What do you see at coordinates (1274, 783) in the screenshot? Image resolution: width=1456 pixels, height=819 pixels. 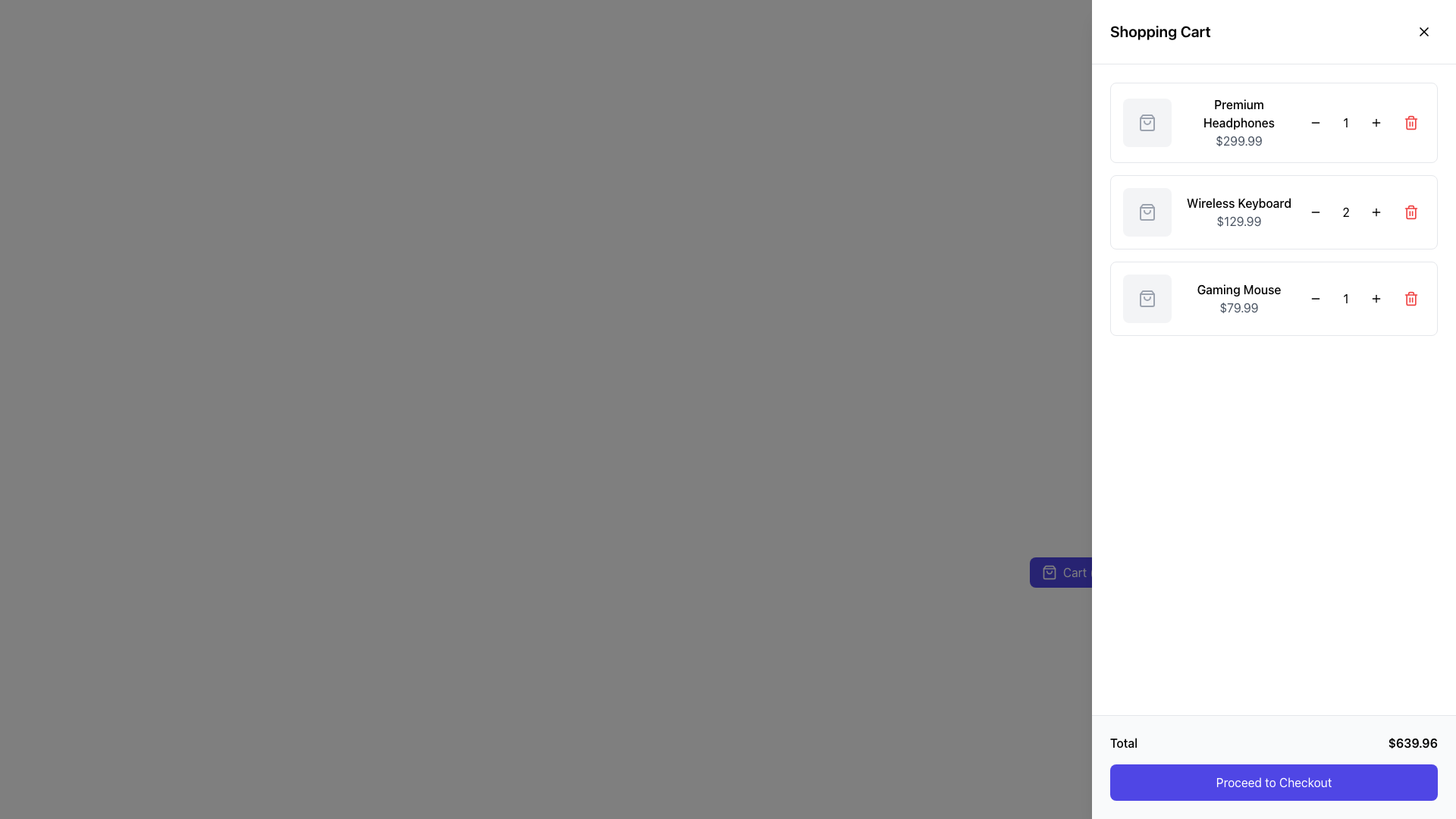 I see `the 'Proceed to Checkout' button with vibrant indigo background and white text to change its appearance` at bounding box center [1274, 783].